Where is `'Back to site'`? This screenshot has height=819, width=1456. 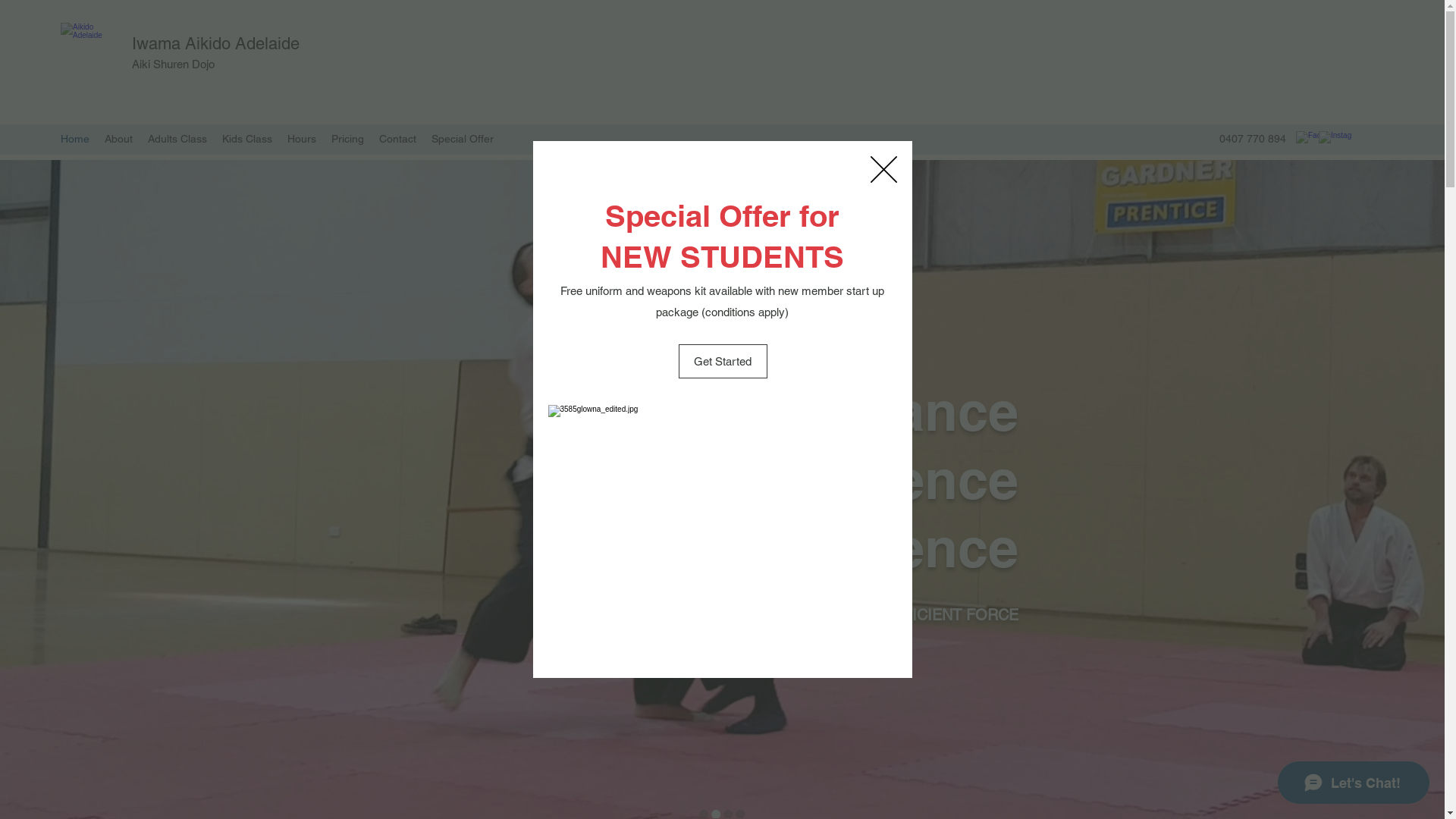 'Back to site' is located at coordinates (883, 169).